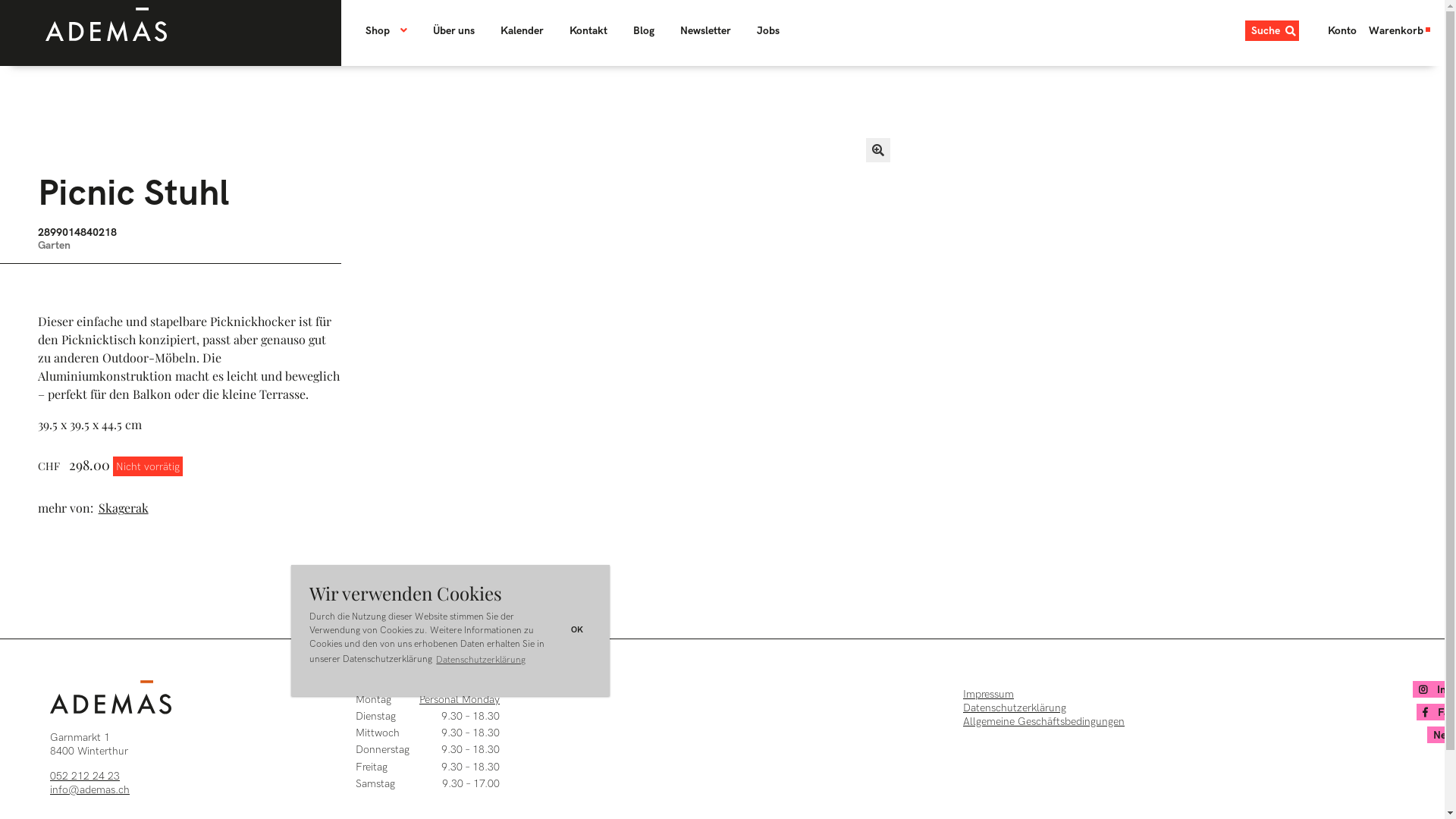 The image size is (1456, 819). What do you see at coordinates (522, 30) in the screenshot?
I see `'Kalender'` at bounding box center [522, 30].